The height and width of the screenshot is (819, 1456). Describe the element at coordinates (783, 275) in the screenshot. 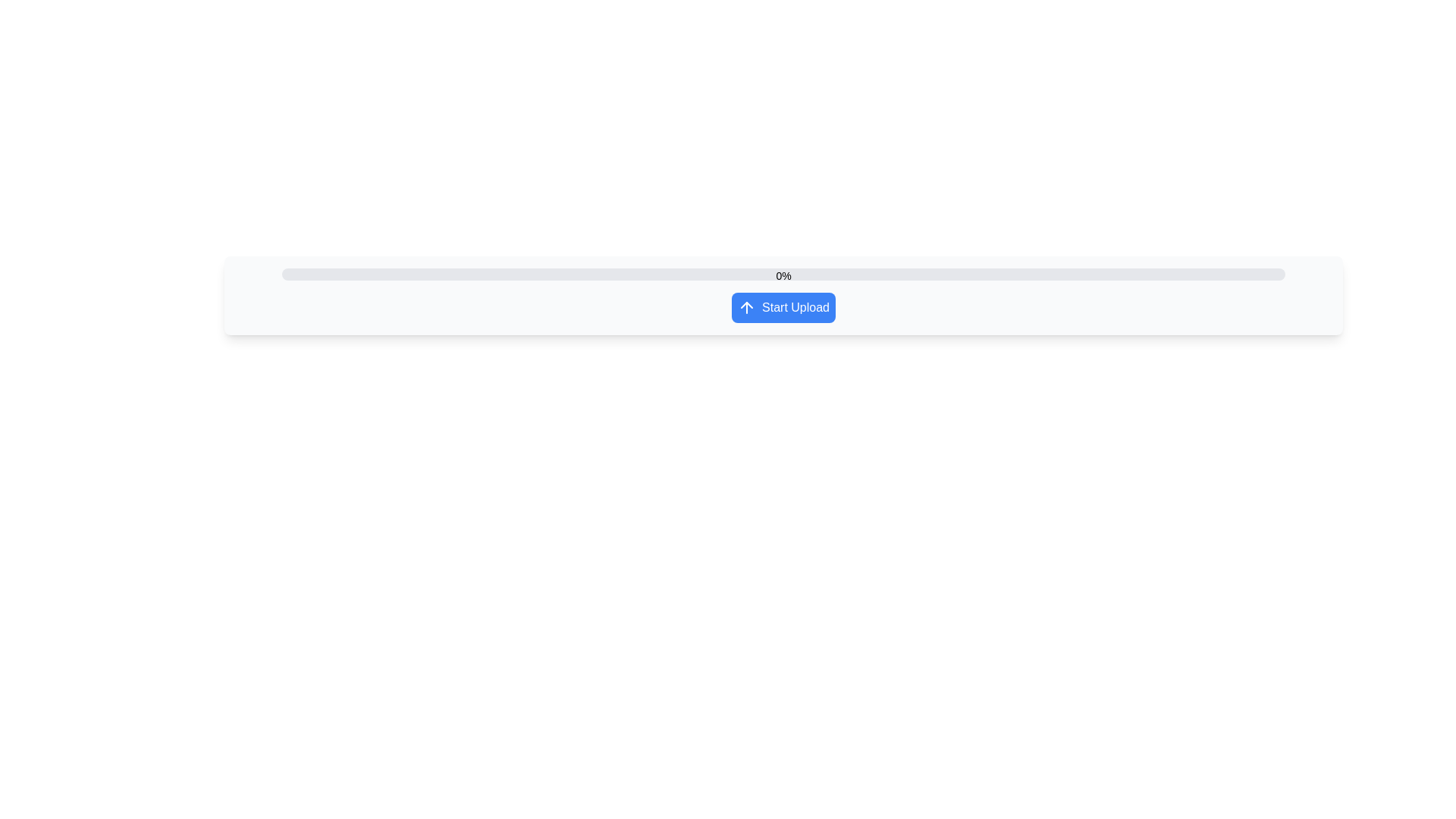

I see `the text label displaying '0%' which is centered above the midpoint of the horizontal progress bar` at that location.